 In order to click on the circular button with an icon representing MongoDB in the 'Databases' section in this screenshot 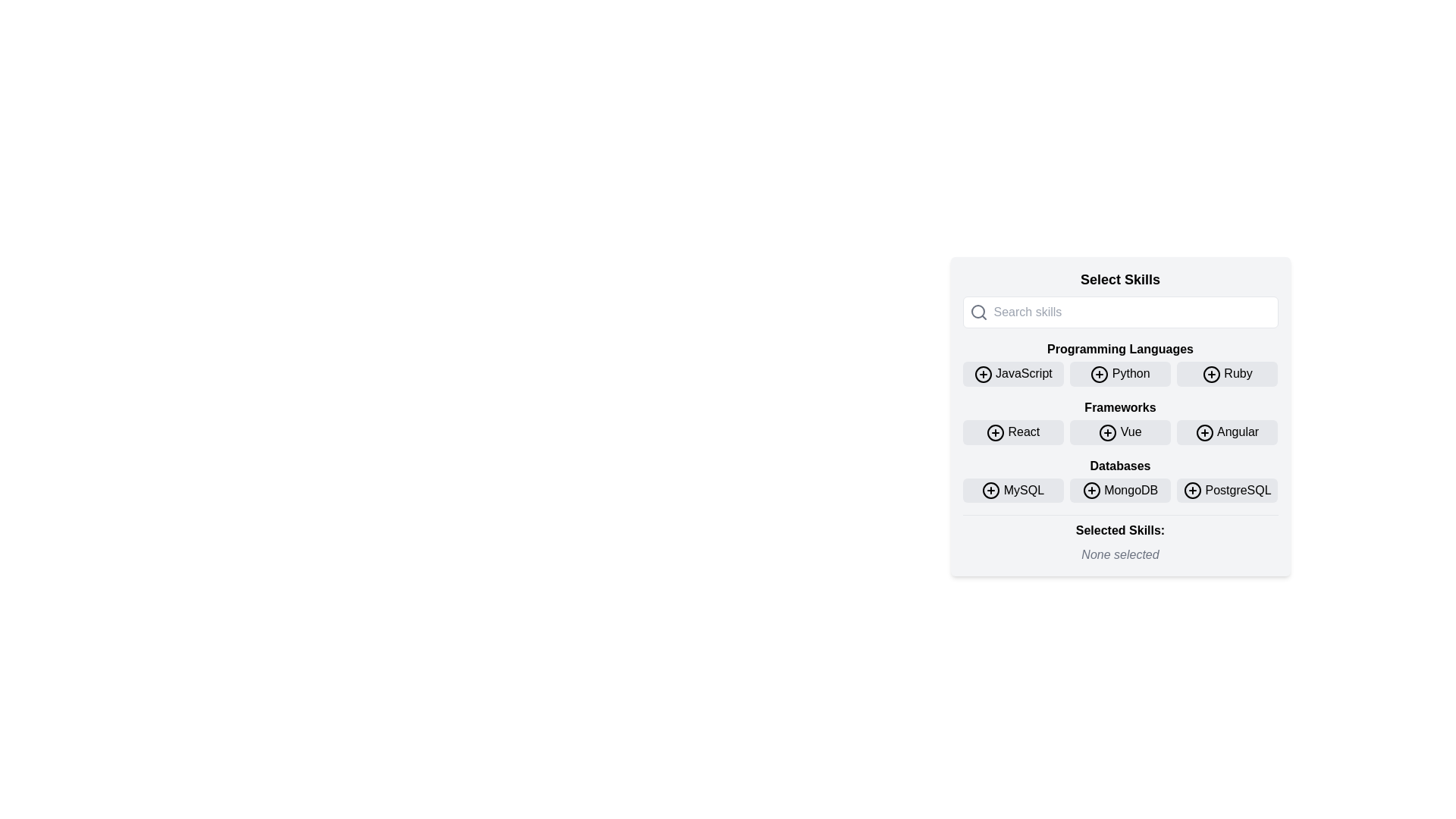, I will do `click(1090, 491)`.